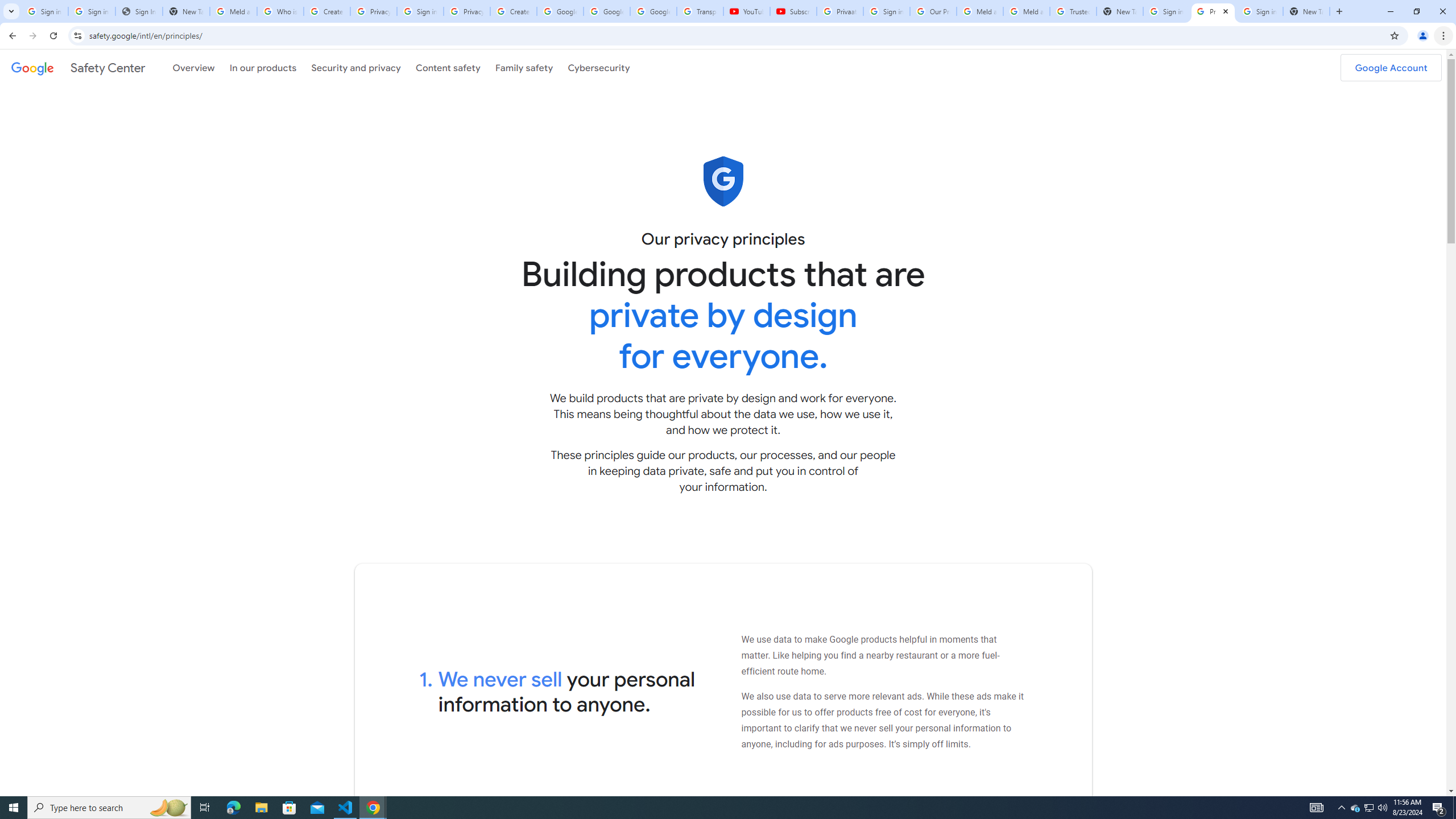 The width and height of the screenshot is (1456, 819). I want to click on 'Google Account', so click(1391, 67).